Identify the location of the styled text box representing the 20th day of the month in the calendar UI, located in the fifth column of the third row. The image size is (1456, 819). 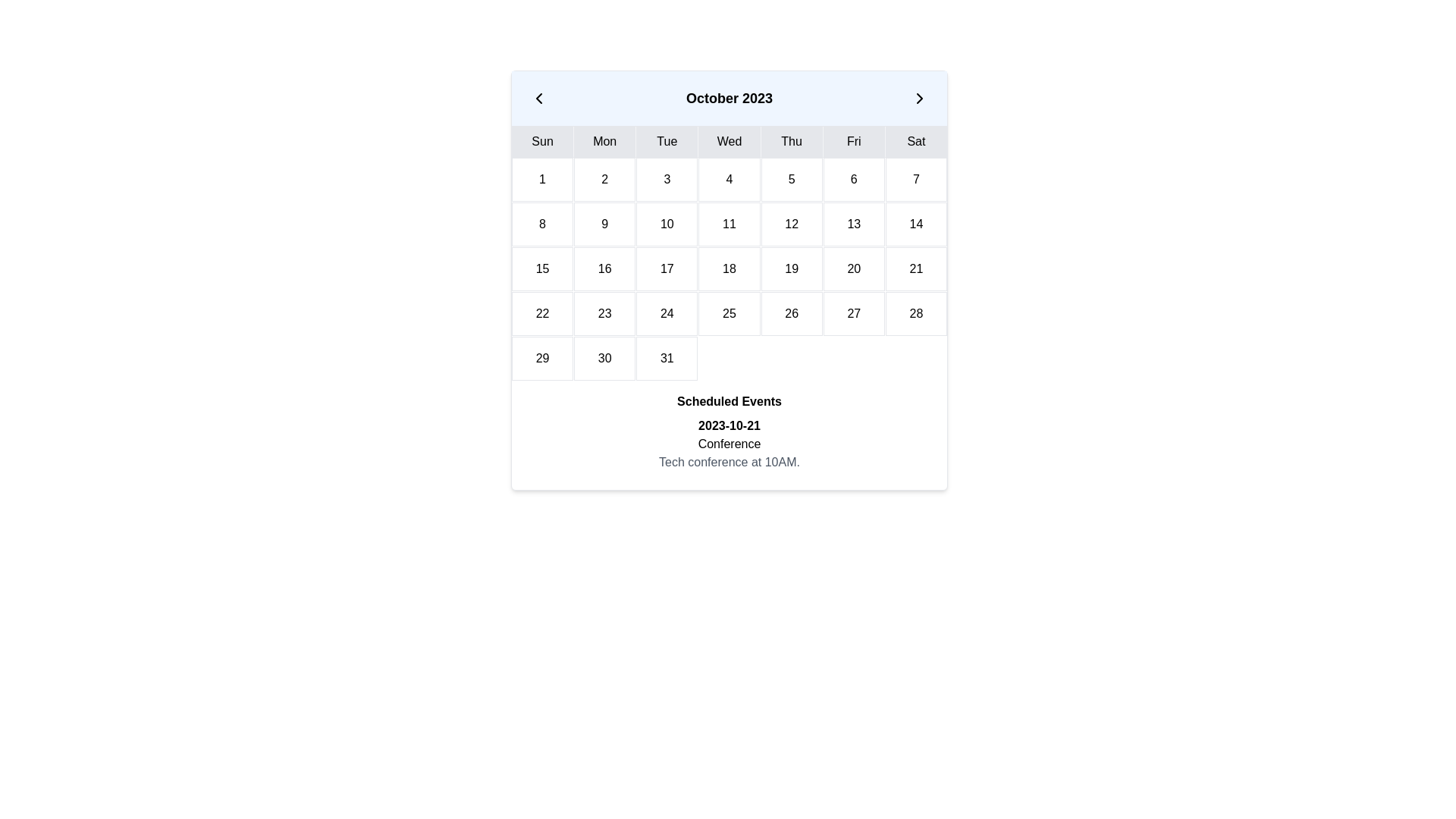
(854, 268).